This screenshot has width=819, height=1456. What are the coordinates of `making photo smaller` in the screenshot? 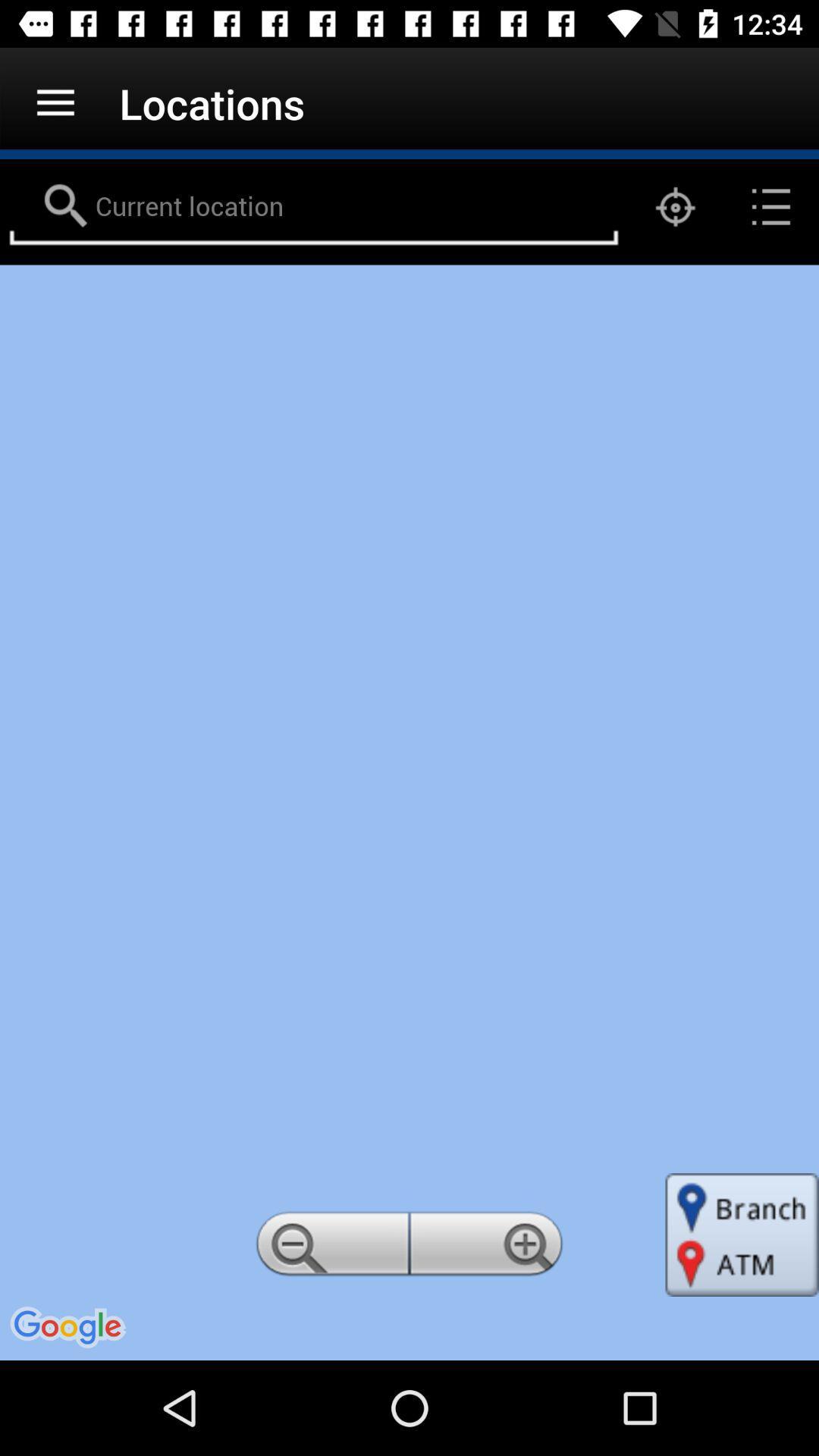 It's located at (329, 1248).